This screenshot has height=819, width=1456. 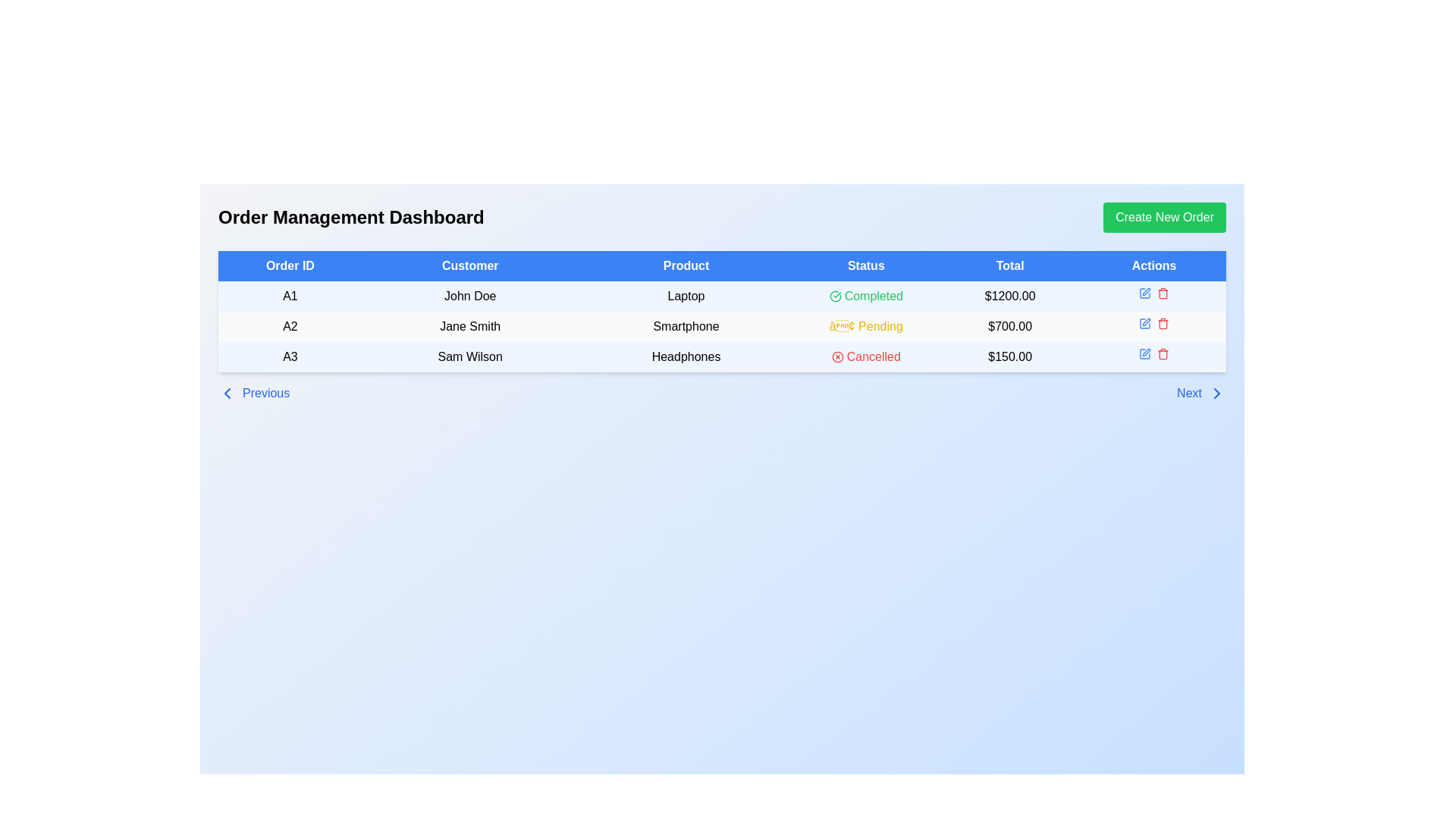 What do you see at coordinates (1010, 356) in the screenshot?
I see `the text label displaying the amount "$150.00" in the "Total" column of the third row corresponding to "A3, Sam Wilson, Headphones"` at bounding box center [1010, 356].